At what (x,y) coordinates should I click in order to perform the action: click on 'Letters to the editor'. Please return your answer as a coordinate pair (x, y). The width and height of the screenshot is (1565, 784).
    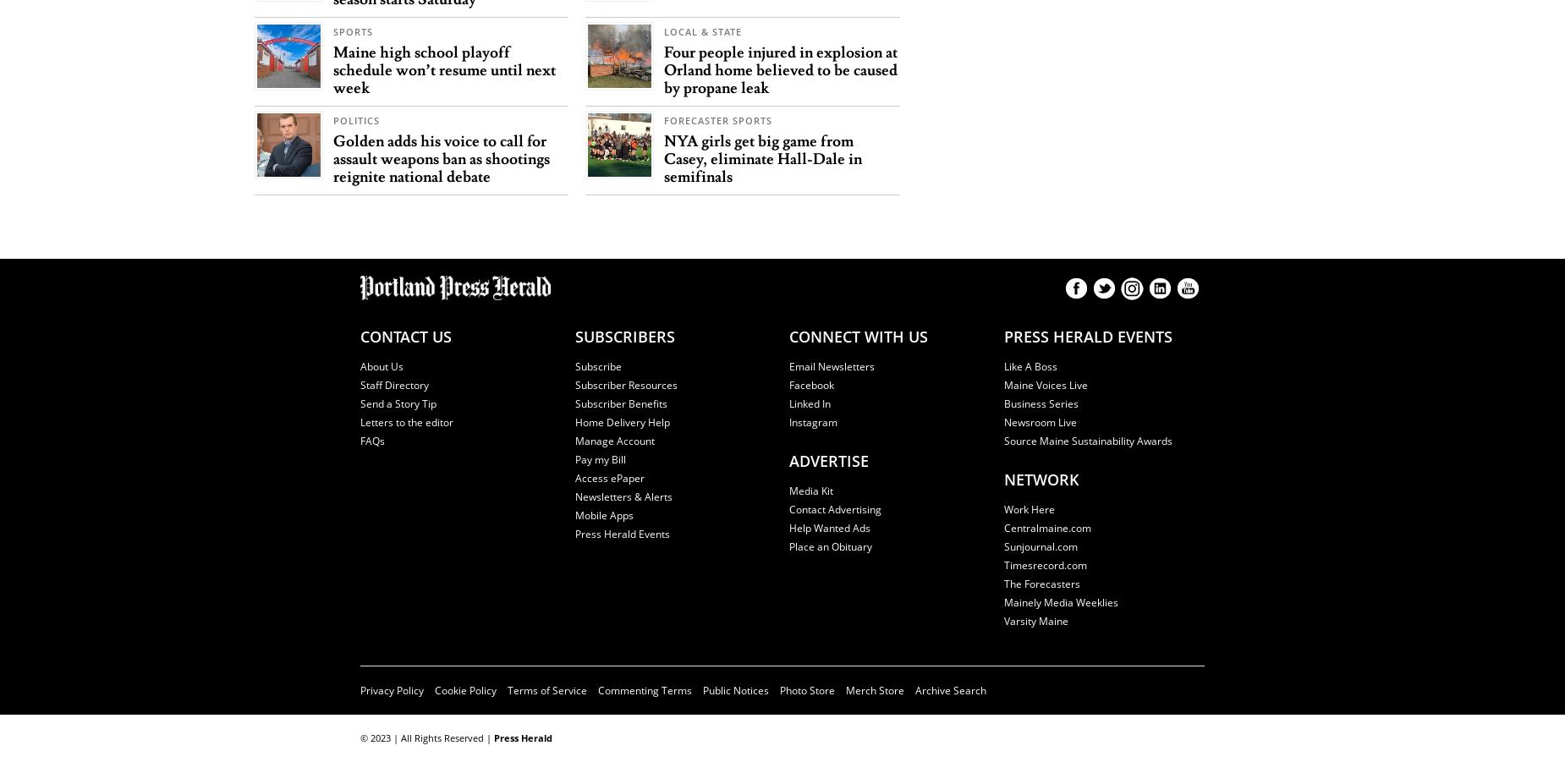
    Looking at the image, I should click on (407, 421).